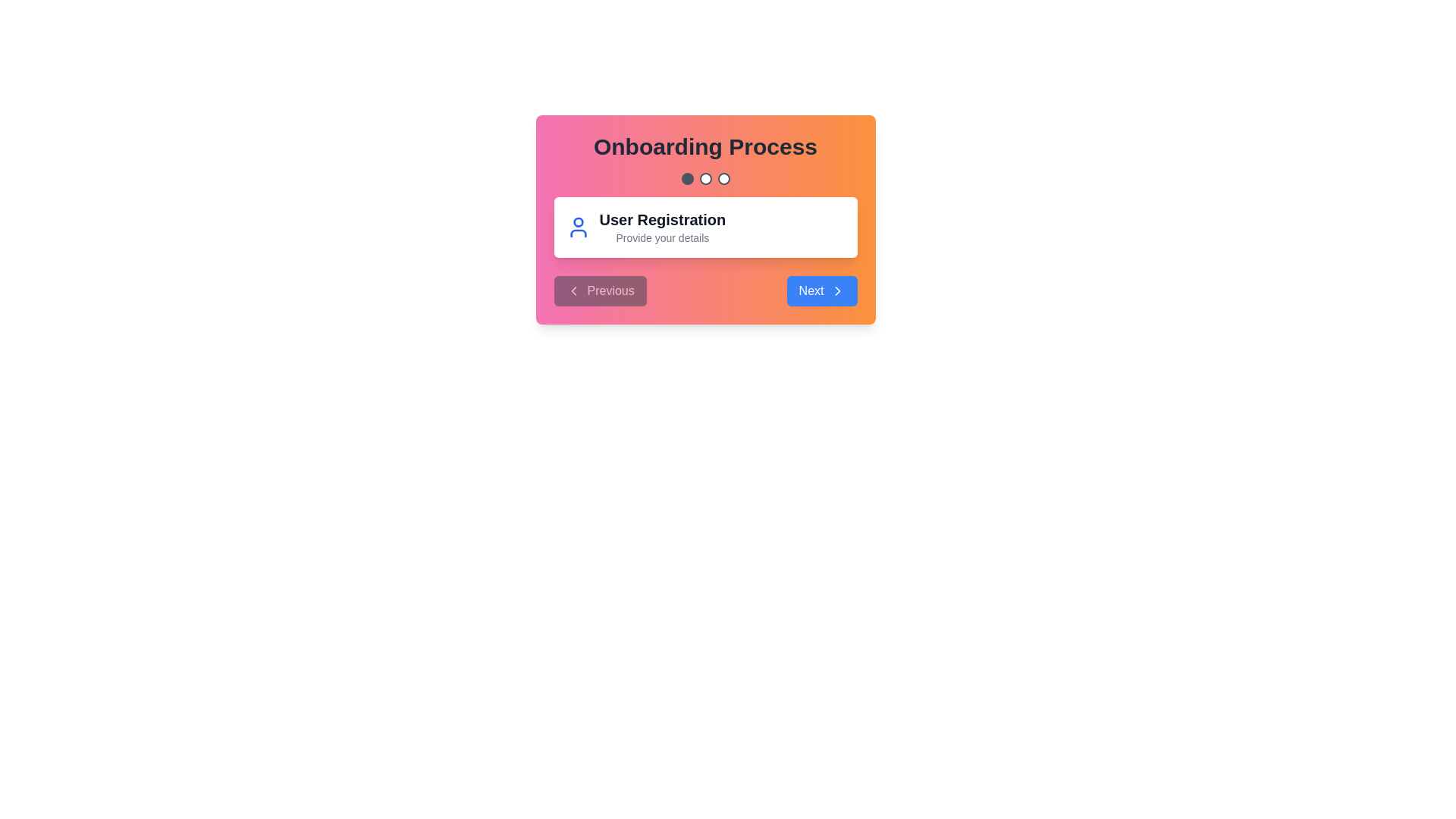 The height and width of the screenshot is (819, 1456). What do you see at coordinates (686, 177) in the screenshot?
I see `the leftmost progress indicator dot, which is a small dark gray circular indicator with a lighter gray border, located at the top center of the card titled 'Onboarding Process'` at bounding box center [686, 177].